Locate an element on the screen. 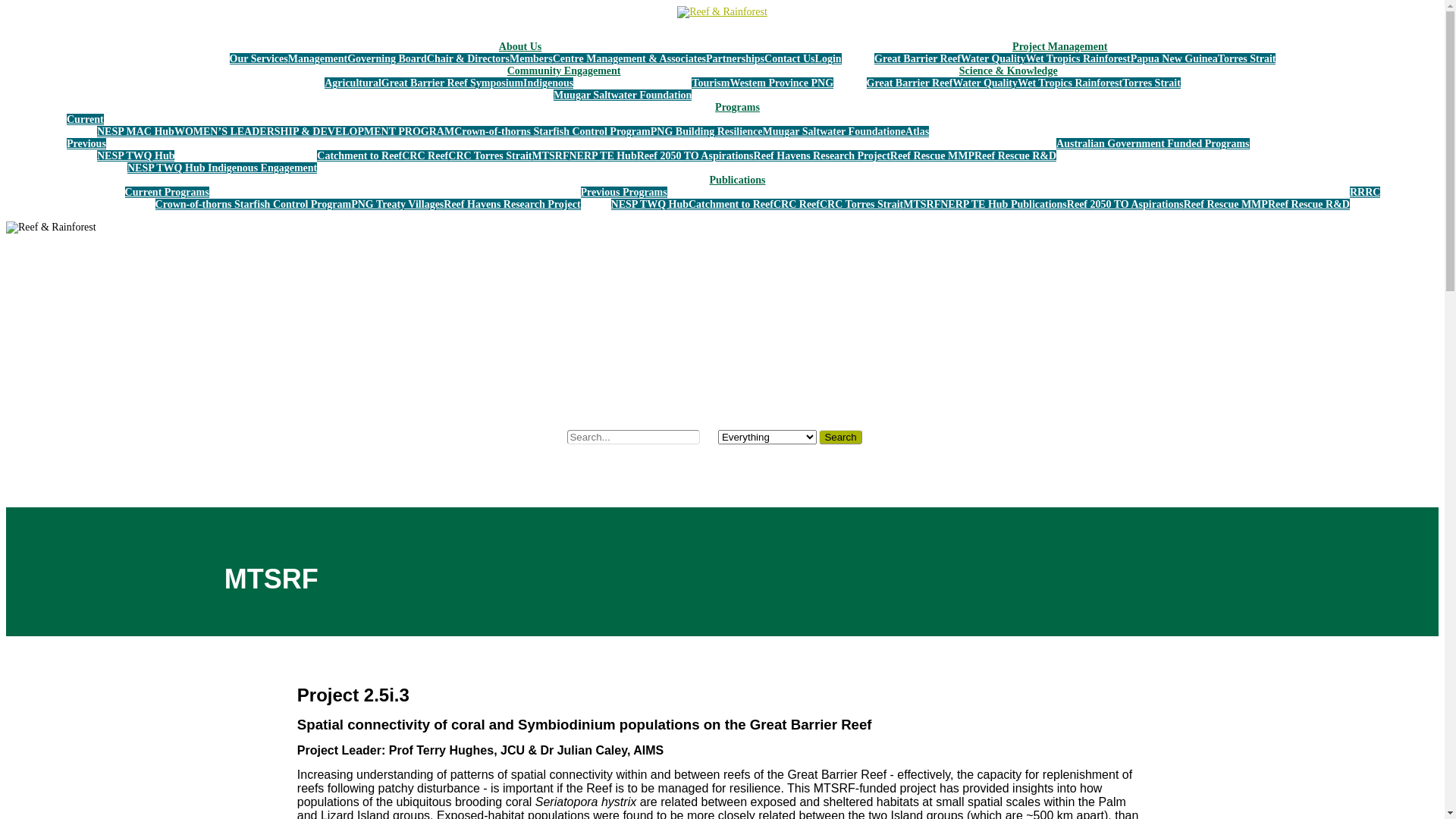 The height and width of the screenshot is (819, 1456). 'Wet Tropics Rainforest' is located at coordinates (1018, 83).